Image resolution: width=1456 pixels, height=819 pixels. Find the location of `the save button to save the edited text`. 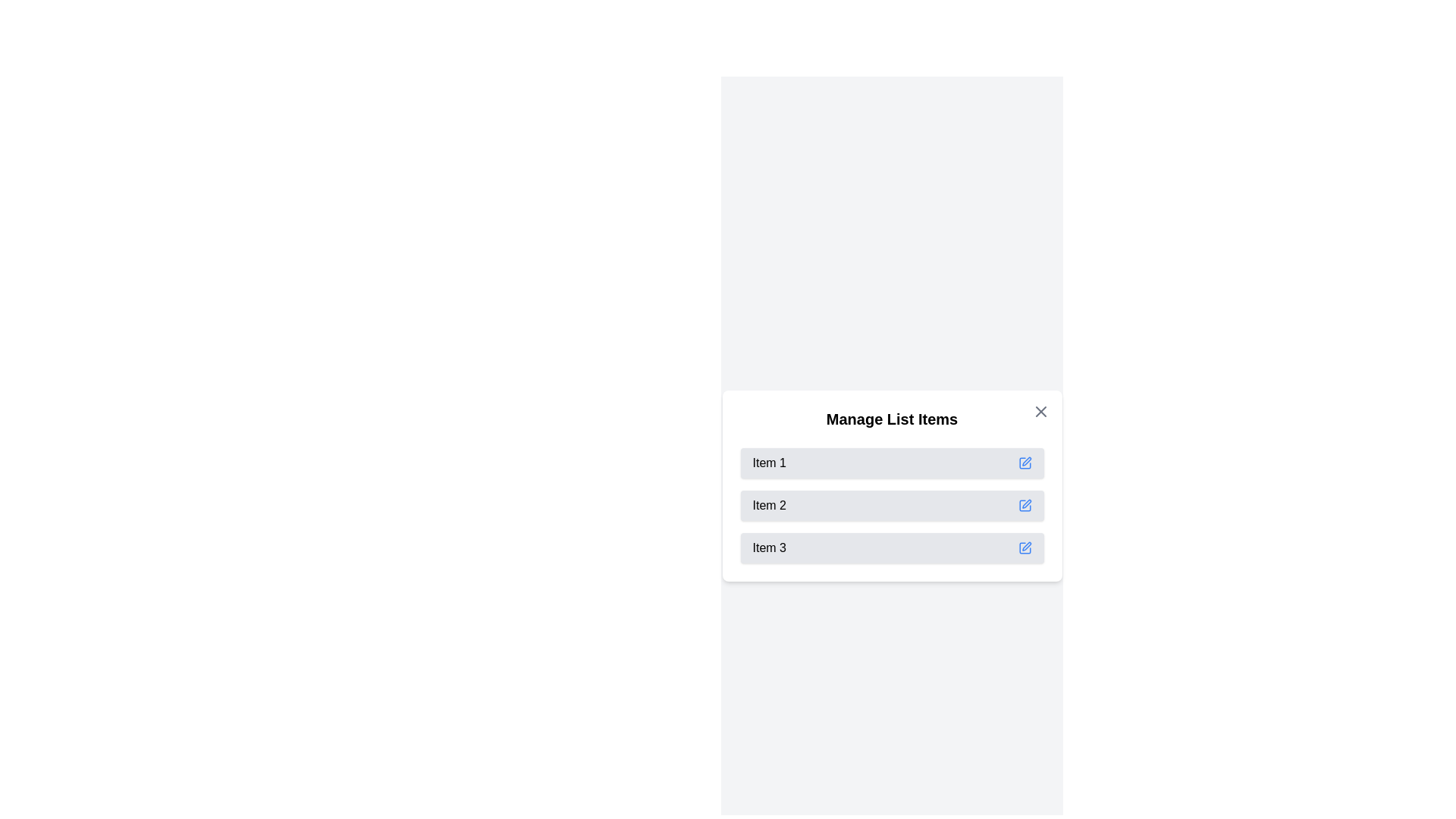

the save button to save the edited text is located at coordinates (1025, 462).